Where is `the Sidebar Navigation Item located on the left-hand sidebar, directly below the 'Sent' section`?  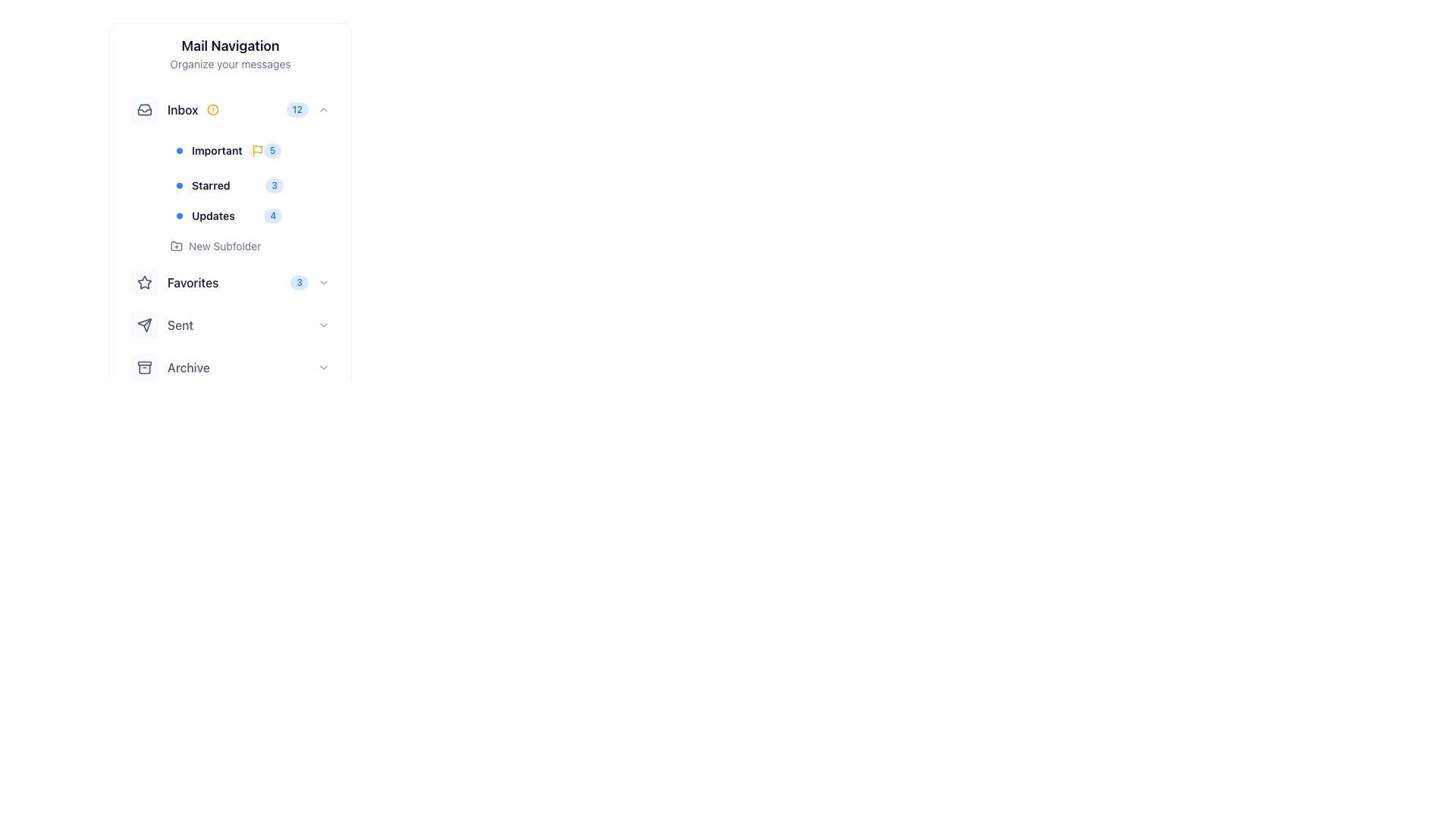 the Sidebar Navigation Item located on the left-hand sidebar, directly below the 'Sent' section is located at coordinates (170, 368).